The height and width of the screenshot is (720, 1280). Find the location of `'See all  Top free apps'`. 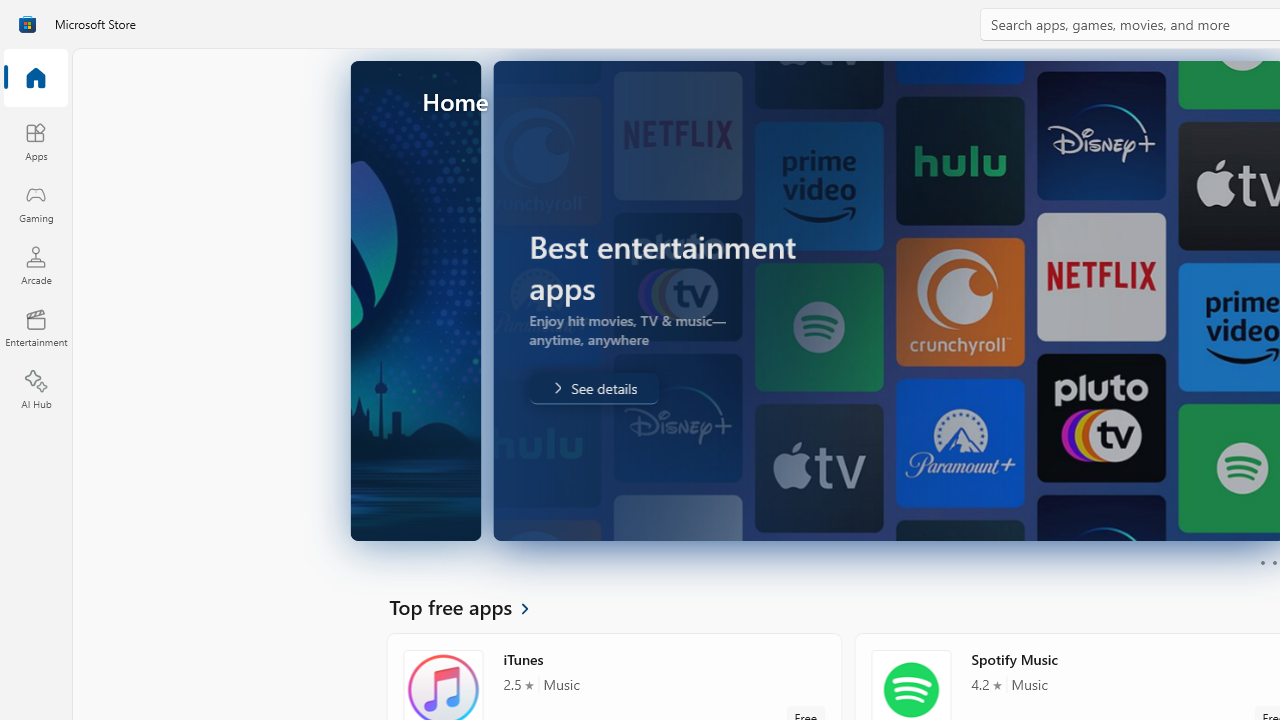

'See all  Top free apps' is located at coordinates (470, 605).